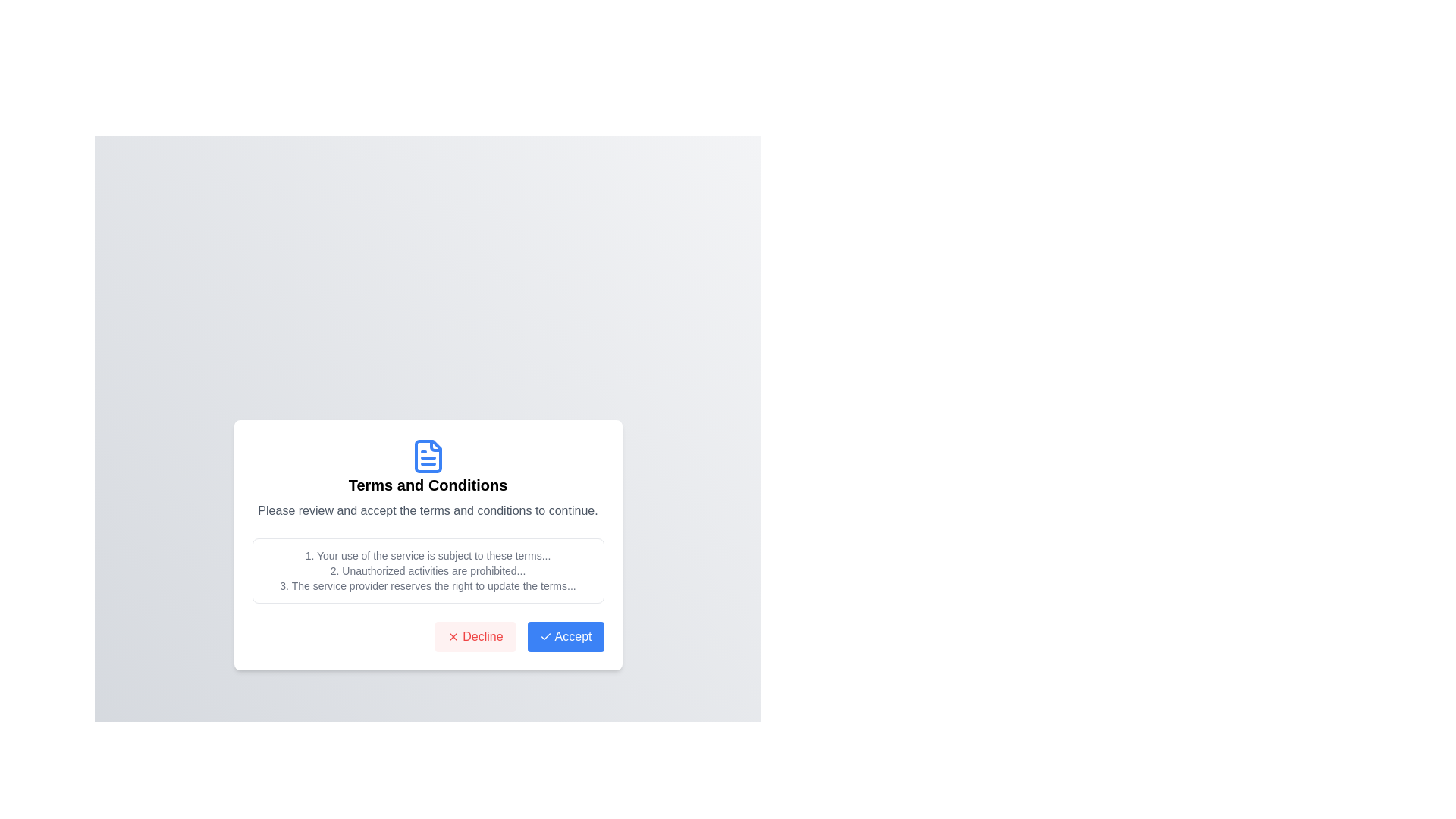  What do you see at coordinates (453, 637) in the screenshot?
I see `the red 'X' shaped icon on the left side of the 'Decline' button` at bounding box center [453, 637].